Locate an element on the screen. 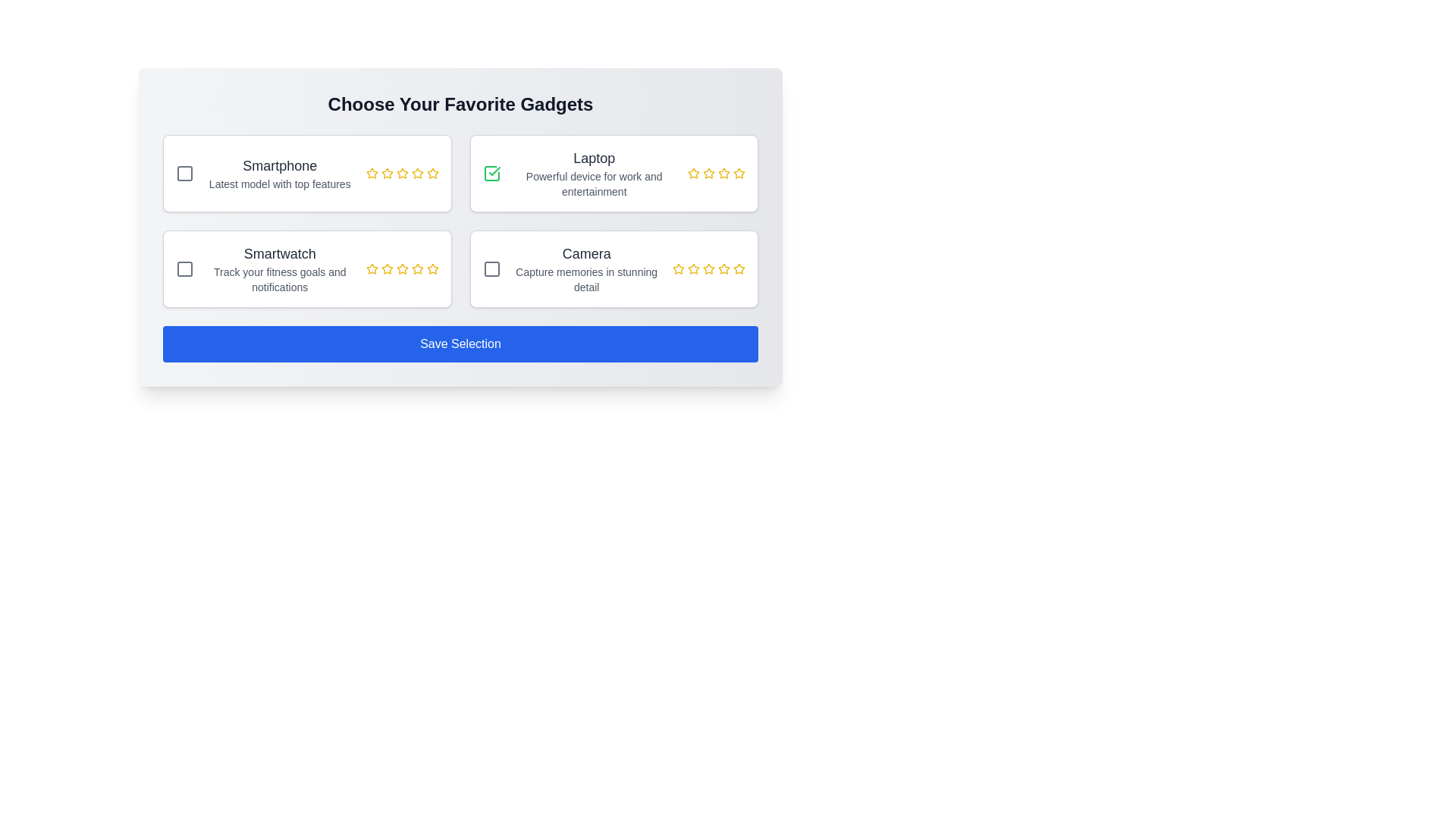 The width and height of the screenshot is (1456, 819). the 'Laptop' text label, which serves as a heading for the laptop option in the upper-right segment of the interface is located at coordinates (593, 158).